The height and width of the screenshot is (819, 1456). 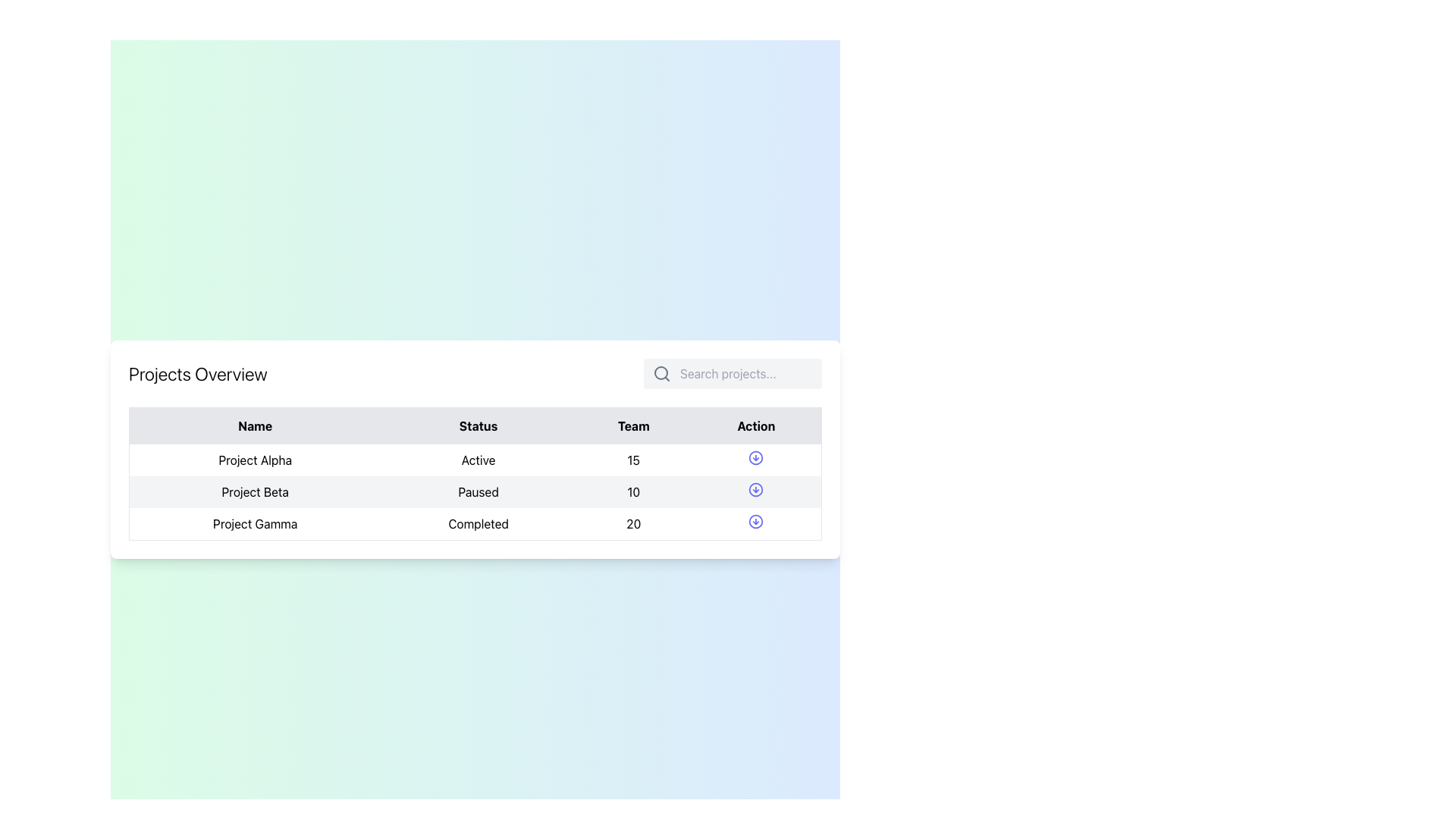 What do you see at coordinates (475, 459) in the screenshot?
I see `displayed text of the 'Active' status for 'Project Alpha' in the project overview table's status column` at bounding box center [475, 459].